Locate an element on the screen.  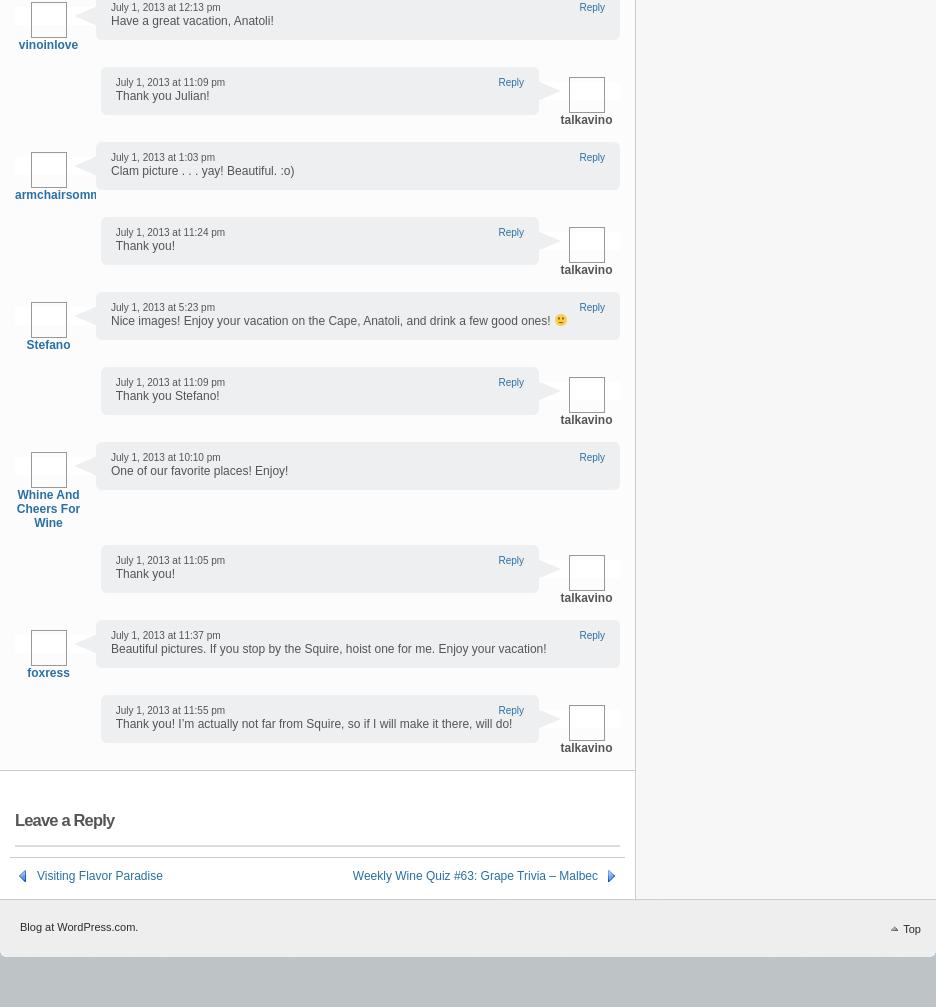
'Thank you! I’m actually not far from Squire, so if I will make it there, will do!' is located at coordinates (312, 722).